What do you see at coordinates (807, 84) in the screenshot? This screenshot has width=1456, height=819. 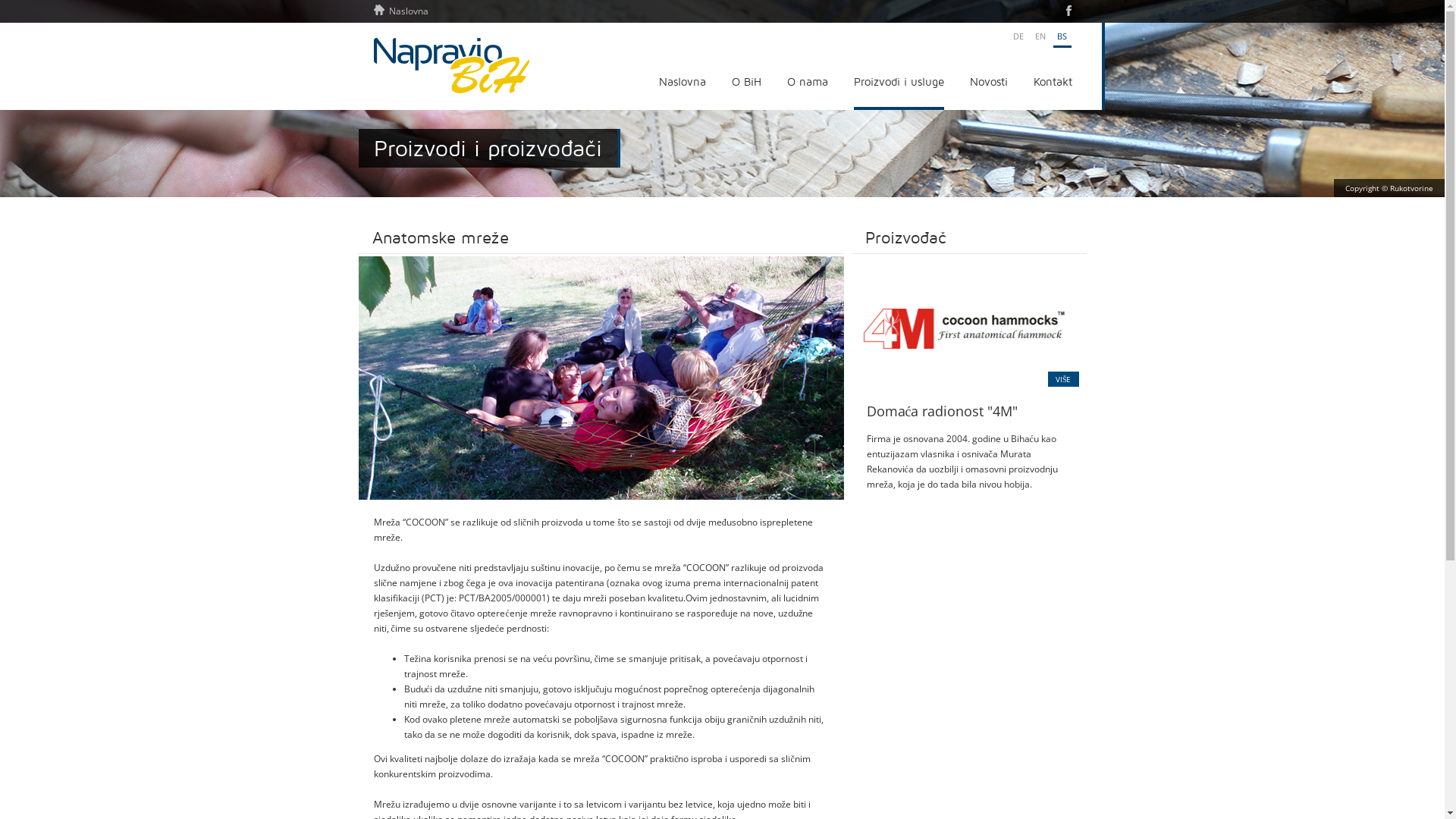 I see `'O nama'` at bounding box center [807, 84].